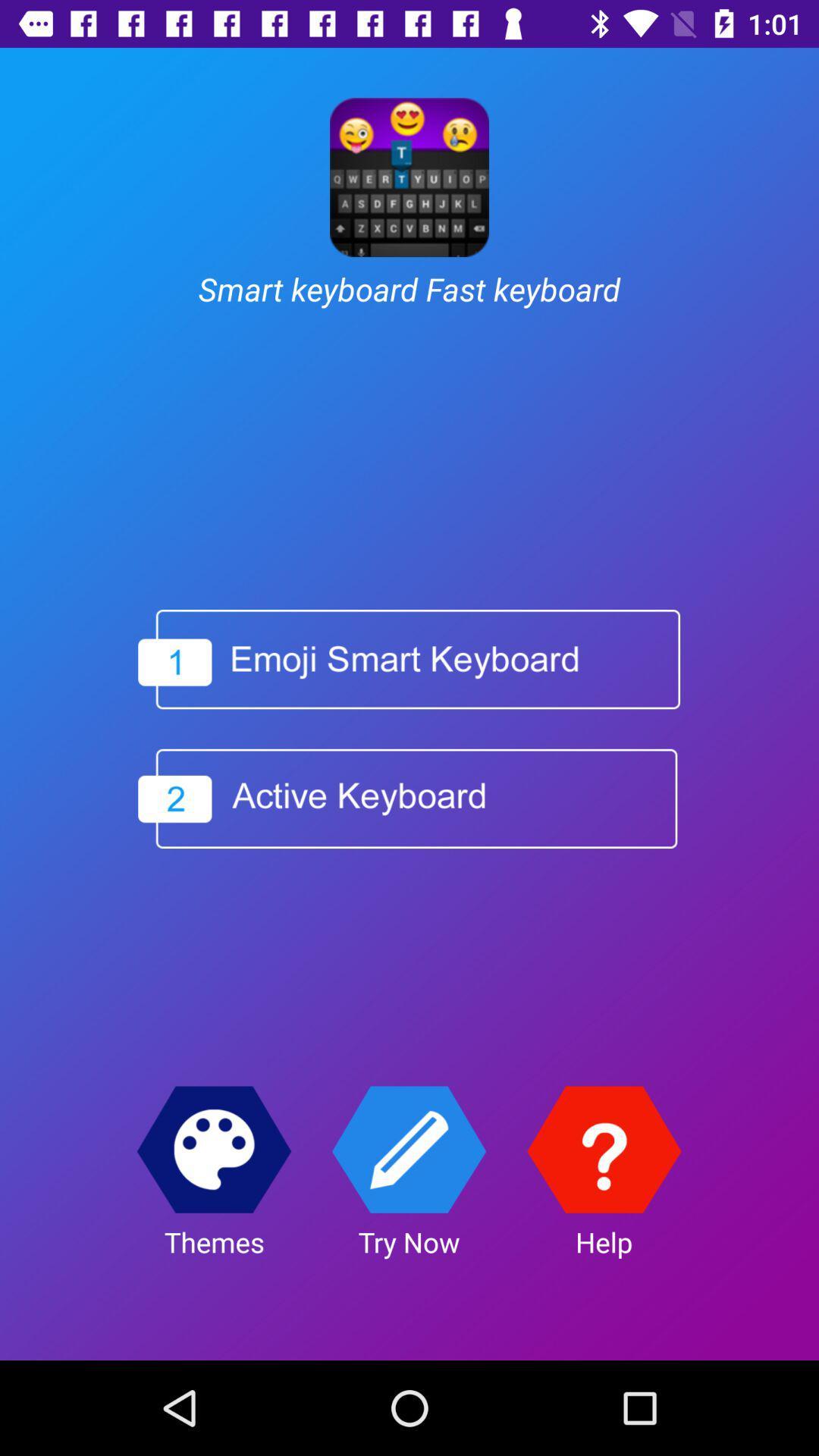 The image size is (819, 1456). I want to click on open smart keyboard install, so click(408, 659).